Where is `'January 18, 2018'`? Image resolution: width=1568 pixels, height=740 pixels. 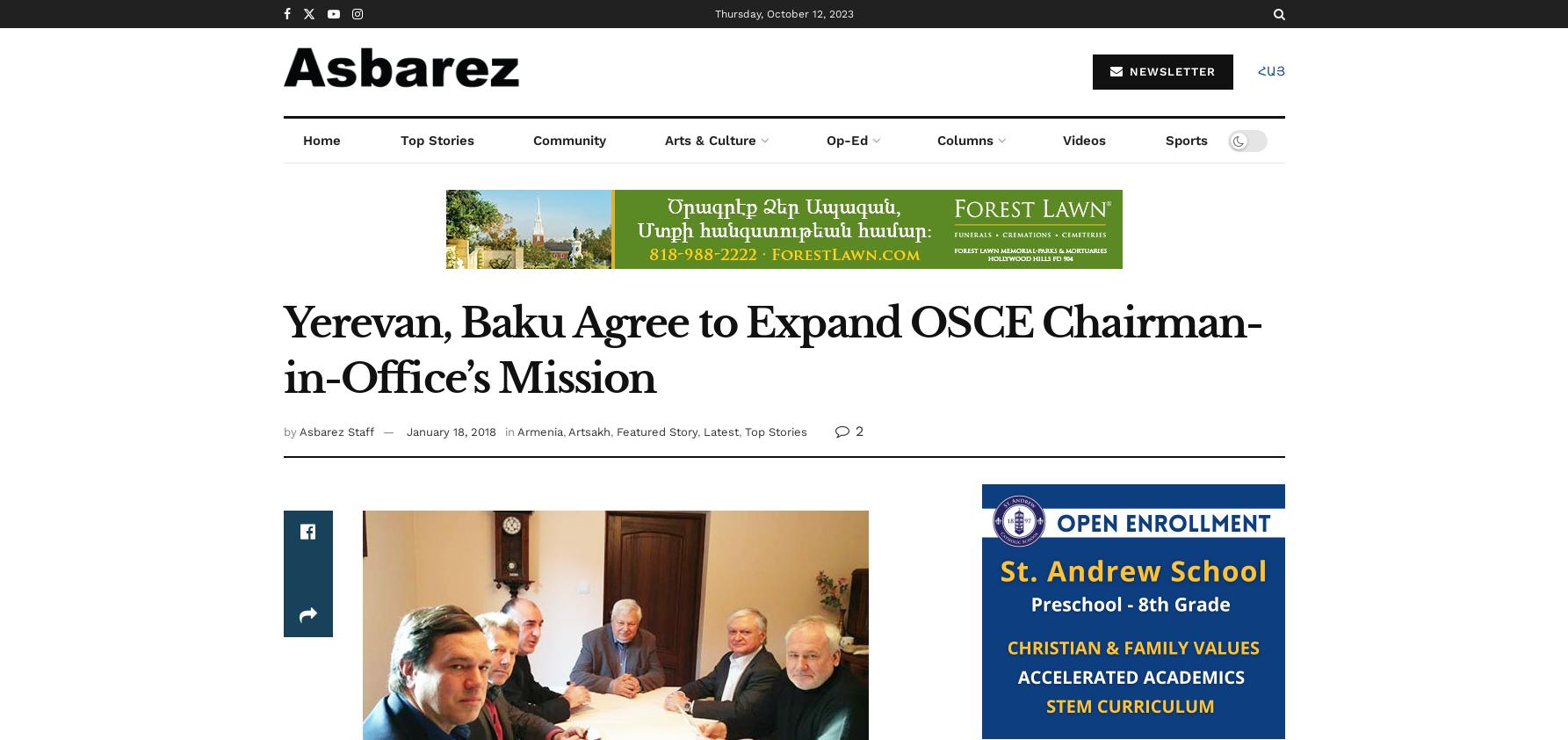
'January 18, 2018' is located at coordinates (451, 431).